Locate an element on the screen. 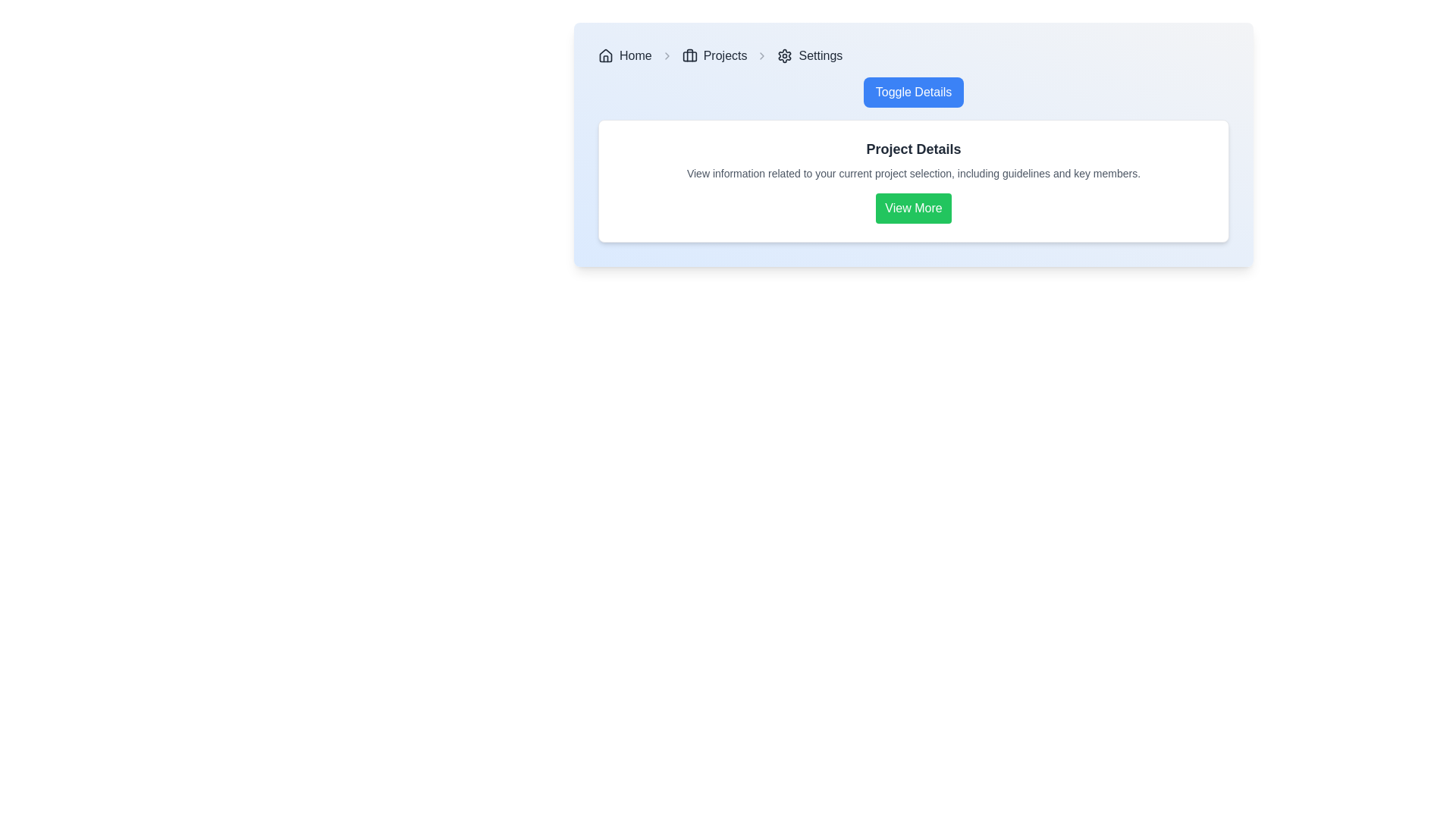 This screenshot has width=1456, height=819. the gear icon located to the left of the 'Settings' label in the navigation bar is located at coordinates (785, 55).